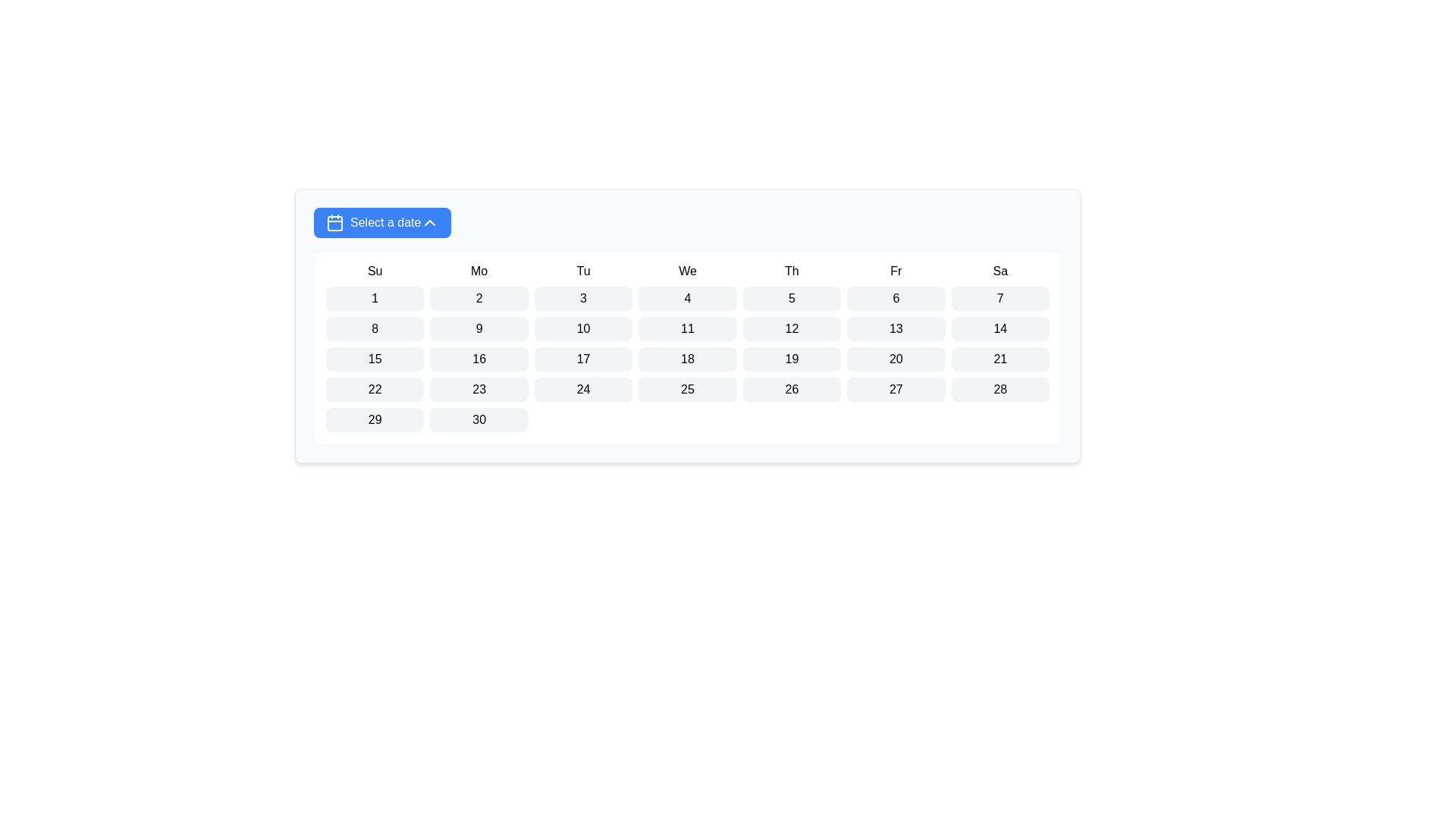  What do you see at coordinates (1000, 271) in the screenshot?
I see `the text label displaying the abbreviation 'Sa', which is located in the seventh column of a grid layout for the days of the week` at bounding box center [1000, 271].